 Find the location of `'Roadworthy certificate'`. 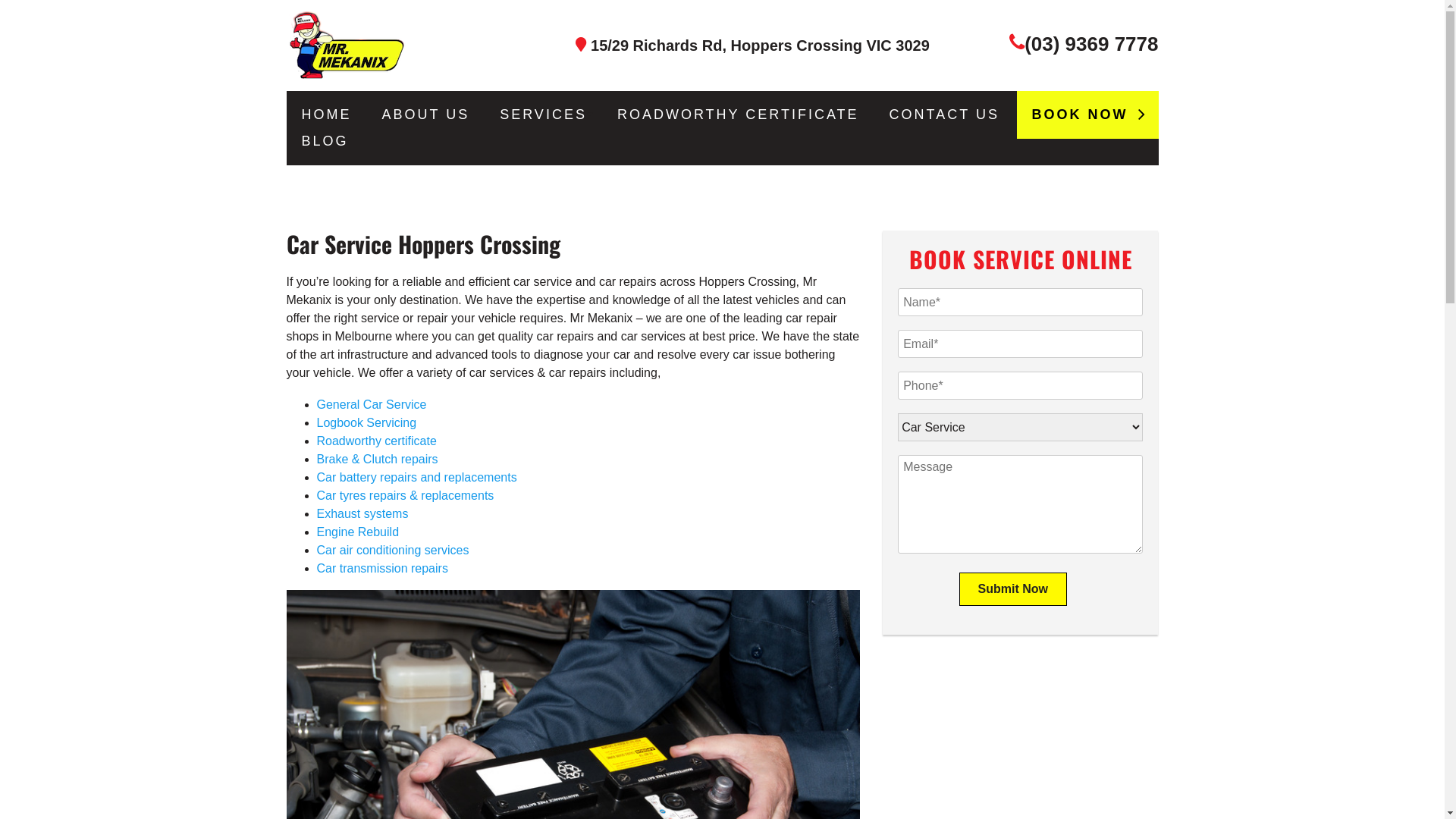

'Roadworthy certificate' is located at coordinates (315, 441).